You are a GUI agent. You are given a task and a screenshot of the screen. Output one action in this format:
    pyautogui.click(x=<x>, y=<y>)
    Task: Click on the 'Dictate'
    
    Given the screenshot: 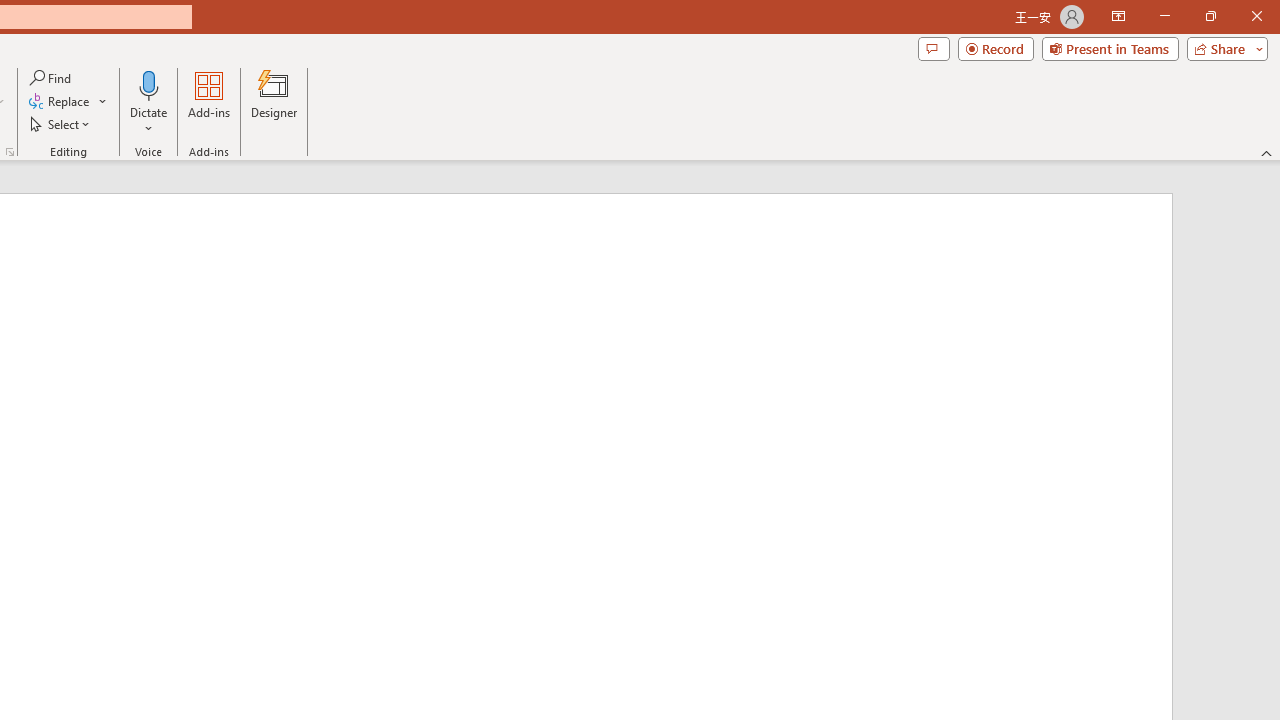 What is the action you would take?
    pyautogui.click(x=148, y=84)
    